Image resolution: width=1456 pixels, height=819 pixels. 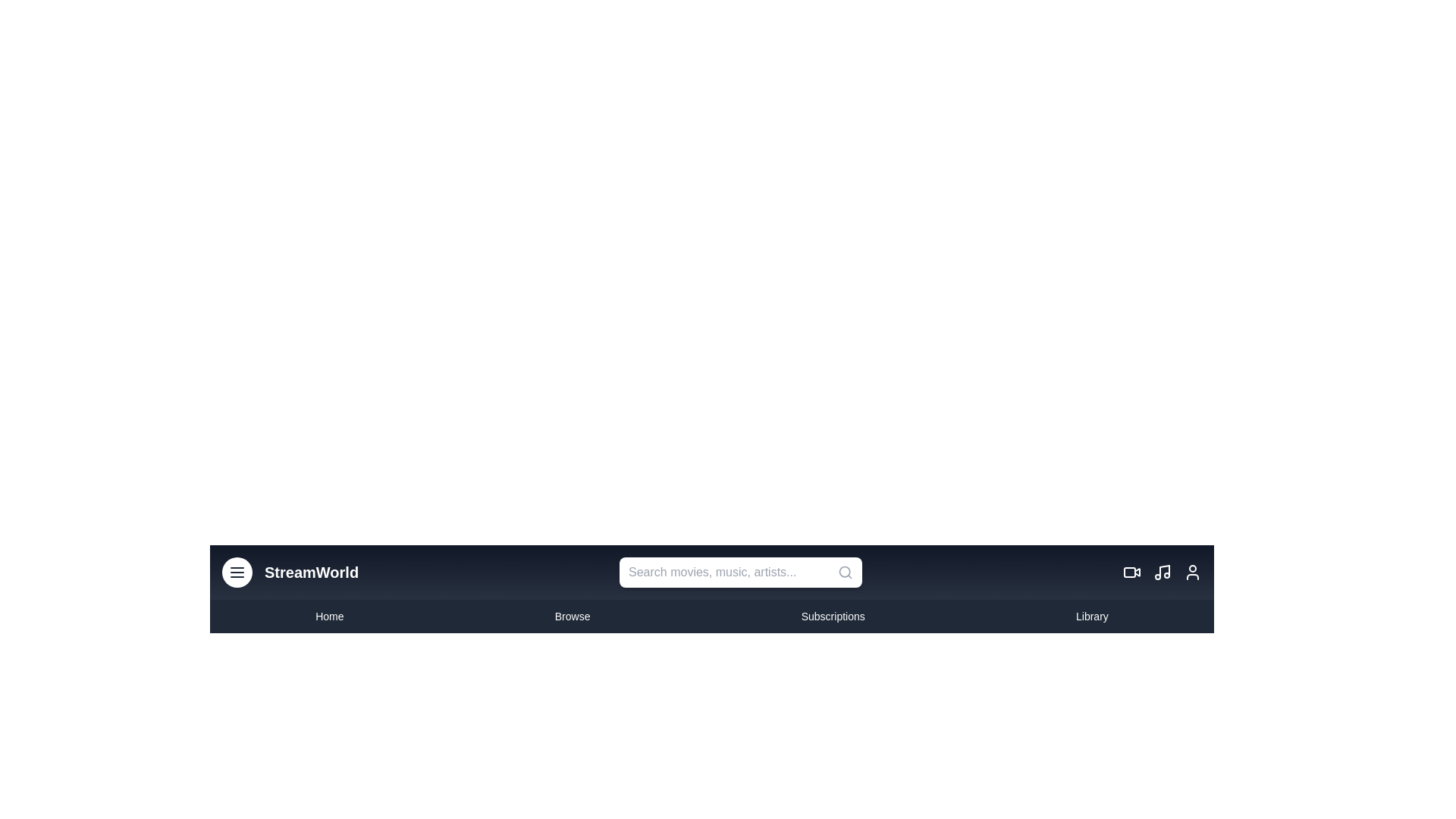 What do you see at coordinates (741, 573) in the screenshot?
I see `the search input field to focus on it` at bounding box center [741, 573].